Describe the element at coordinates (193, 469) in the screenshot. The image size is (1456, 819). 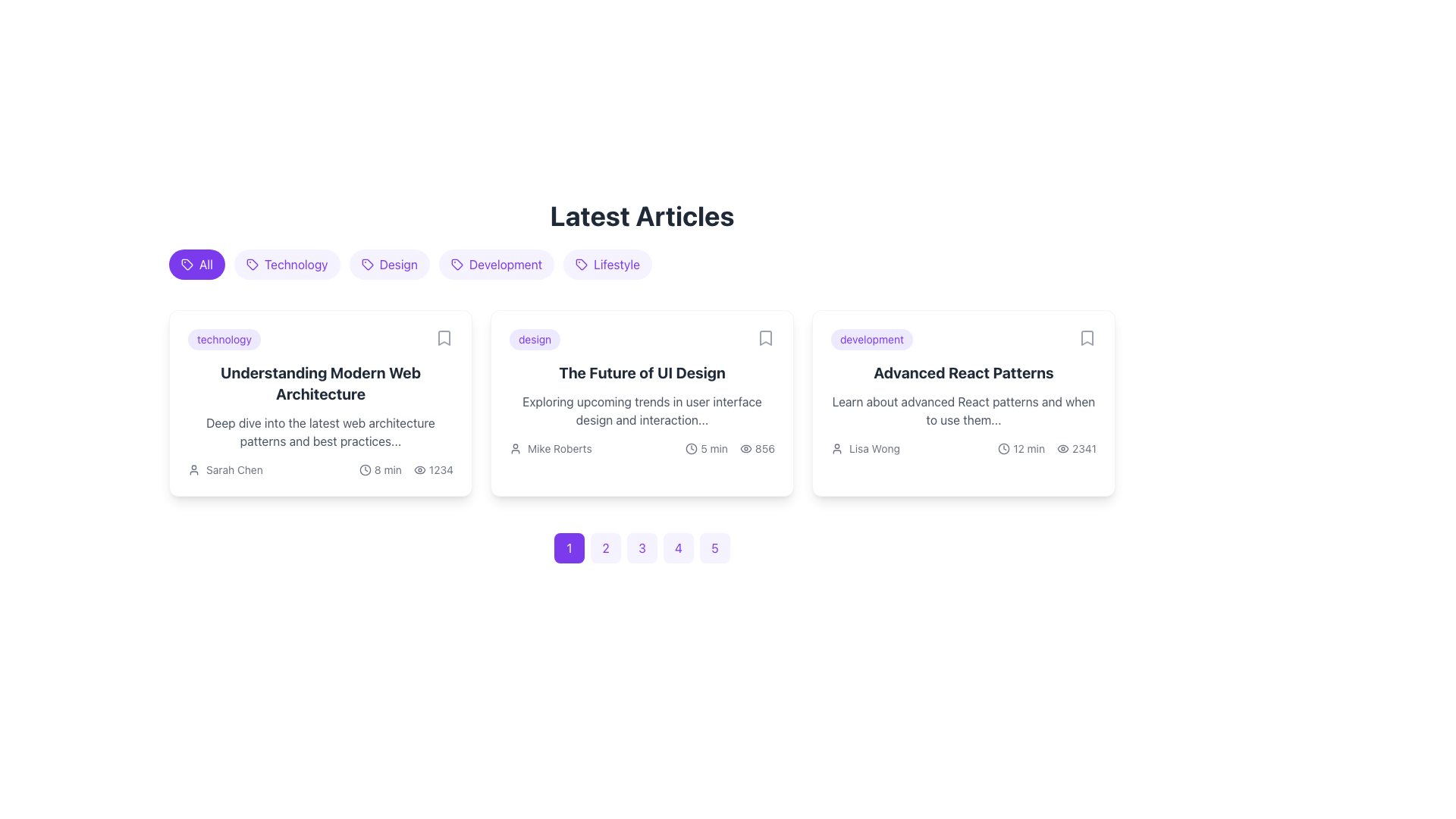
I see `the user avatar icon, which is a small circular silhouette representing a profile, located to the left of the text 'Sarah Chen' in the bottom-left section of the first article card` at that location.